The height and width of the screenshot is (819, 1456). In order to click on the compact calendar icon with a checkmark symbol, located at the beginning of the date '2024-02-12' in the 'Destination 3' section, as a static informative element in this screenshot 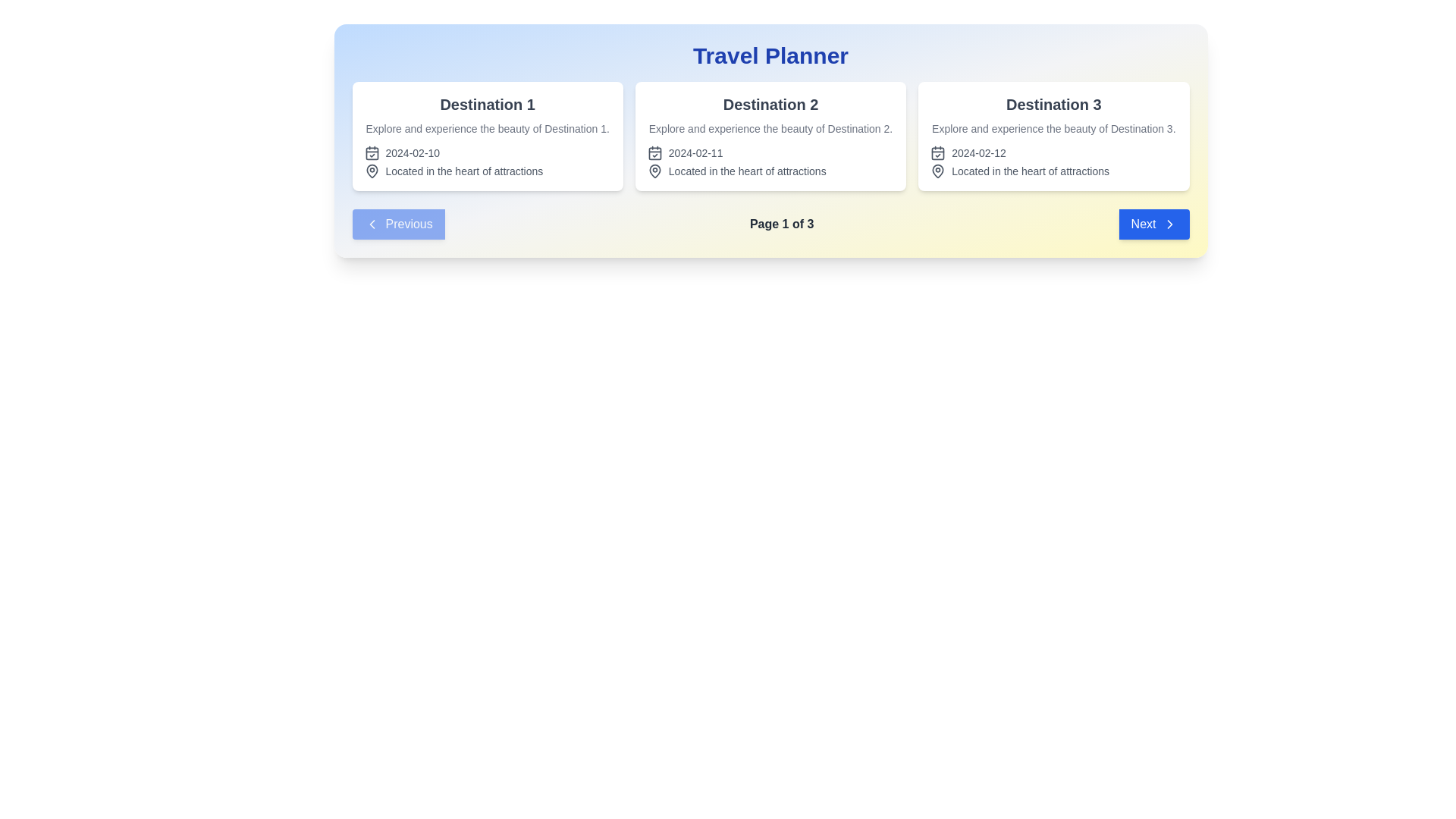, I will do `click(937, 152)`.